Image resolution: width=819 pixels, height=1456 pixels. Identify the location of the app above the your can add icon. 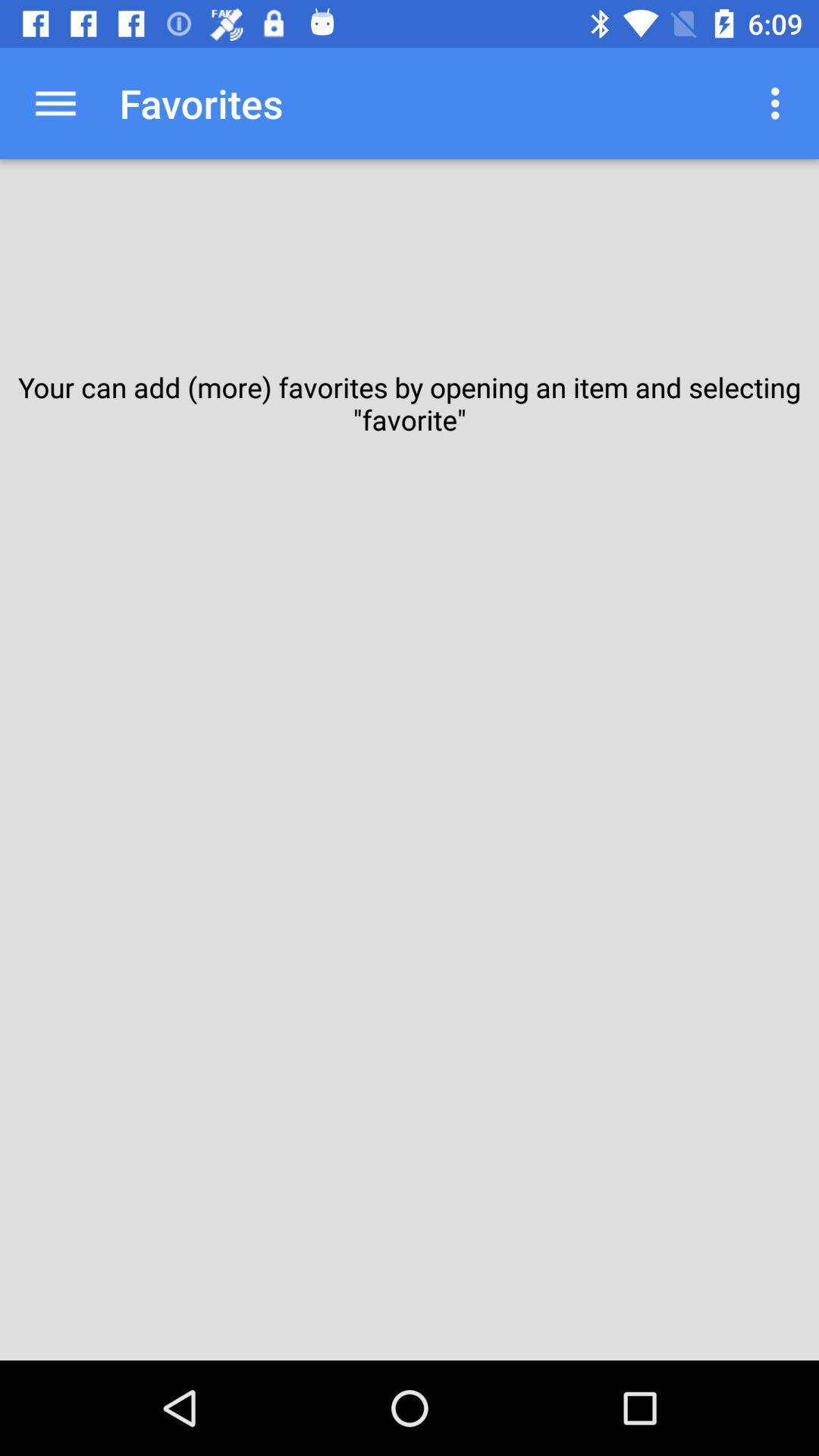
(779, 102).